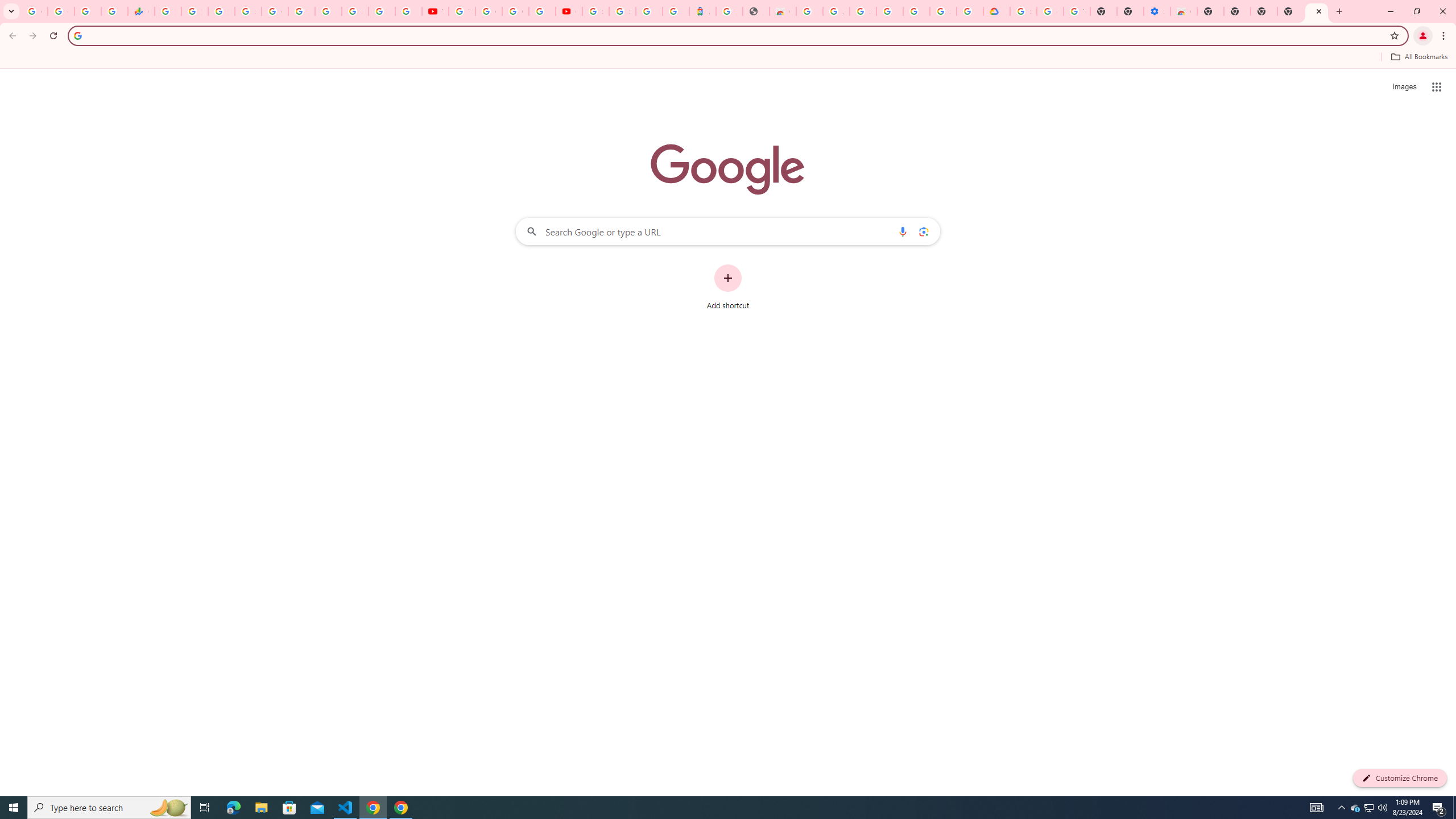 This screenshot has width=1456, height=819. Describe the element at coordinates (728, 287) in the screenshot. I see `'Add shortcut'` at that location.